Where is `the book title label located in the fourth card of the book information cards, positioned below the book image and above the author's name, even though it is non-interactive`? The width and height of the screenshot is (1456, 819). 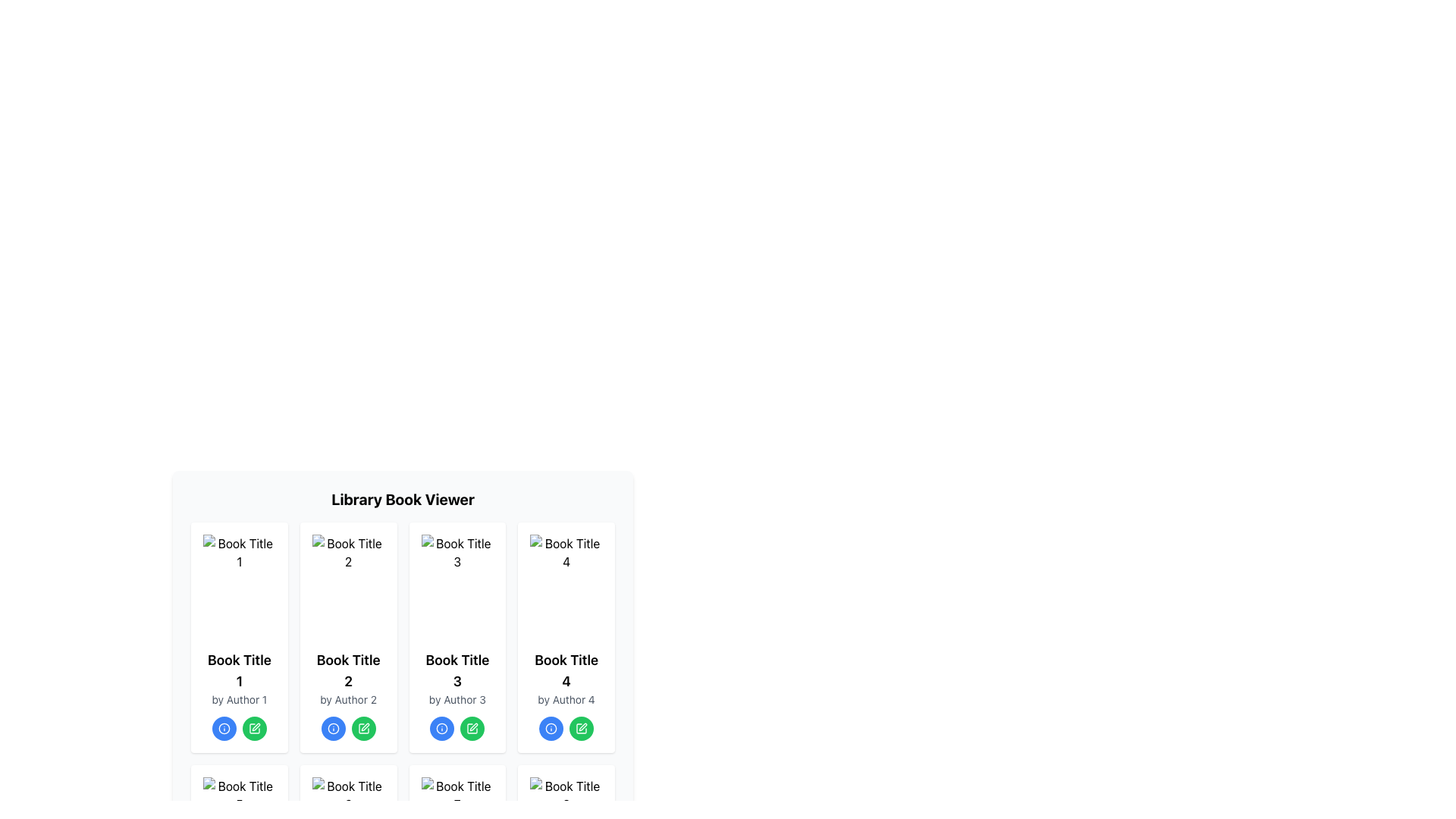
the book title label located in the fourth card of the book information cards, positioned below the book image and above the author's name, even though it is non-interactive is located at coordinates (566, 670).